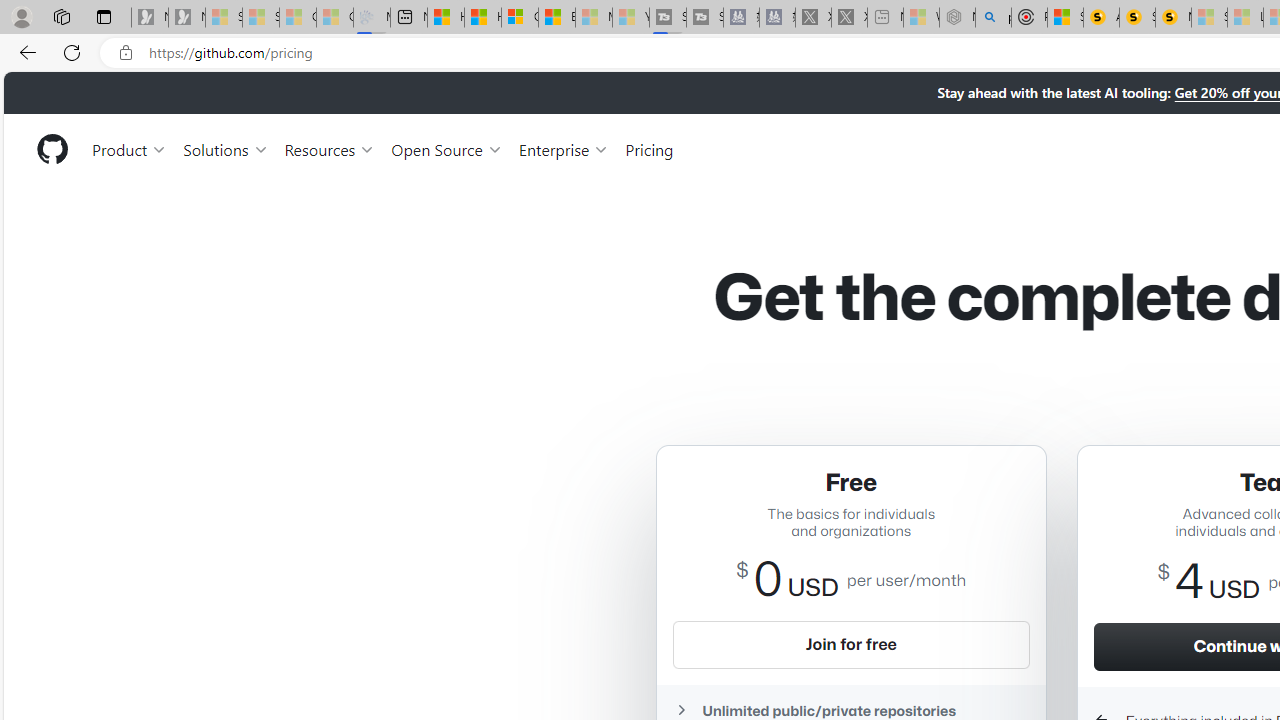  What do you see at coordinates (225, 148) in the screenshot?
I see `'Solutions'` at bounding box center [225, 148].